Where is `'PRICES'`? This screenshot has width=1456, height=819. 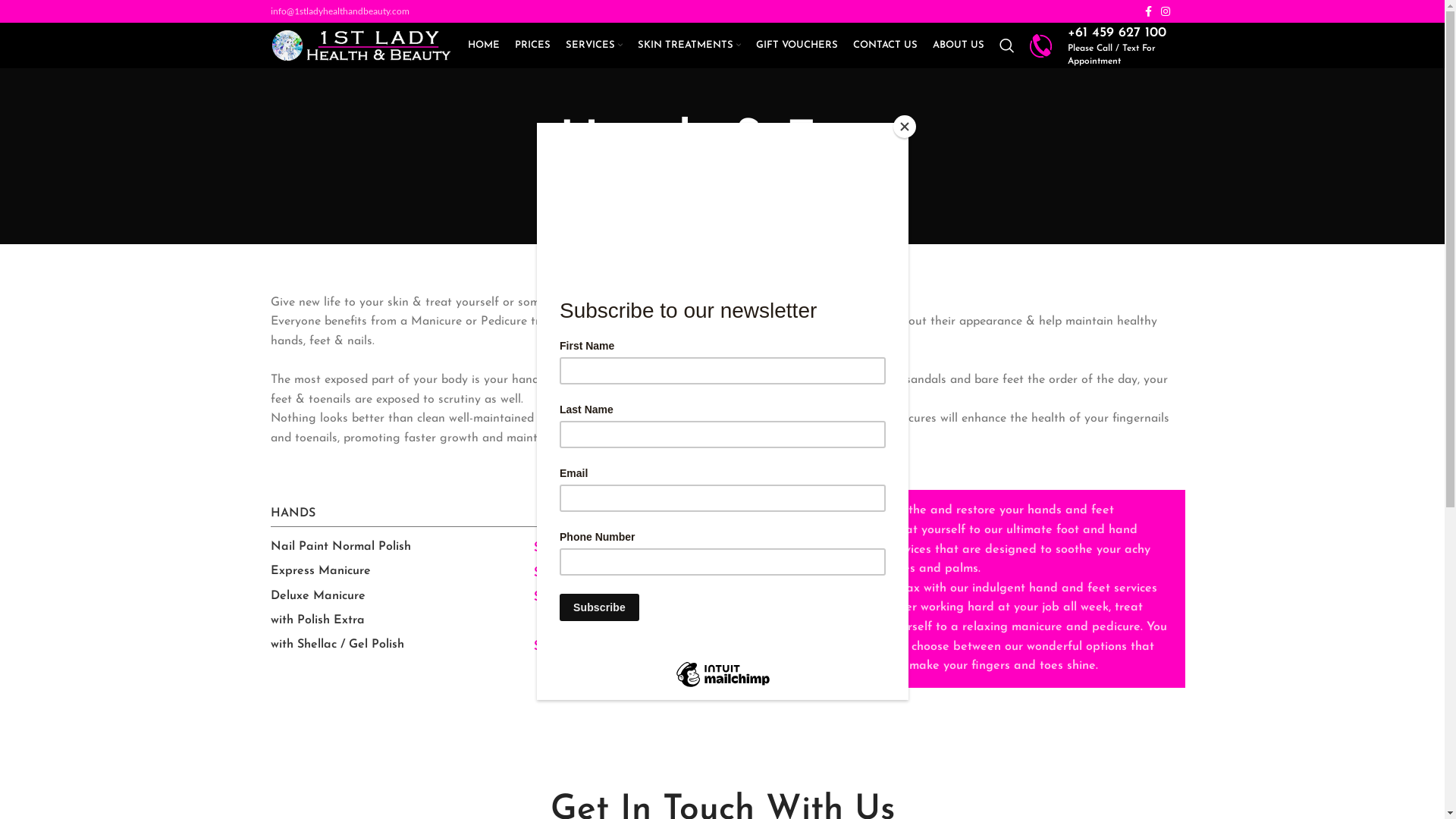
'PRICES' is located at coordinates (532, 45).